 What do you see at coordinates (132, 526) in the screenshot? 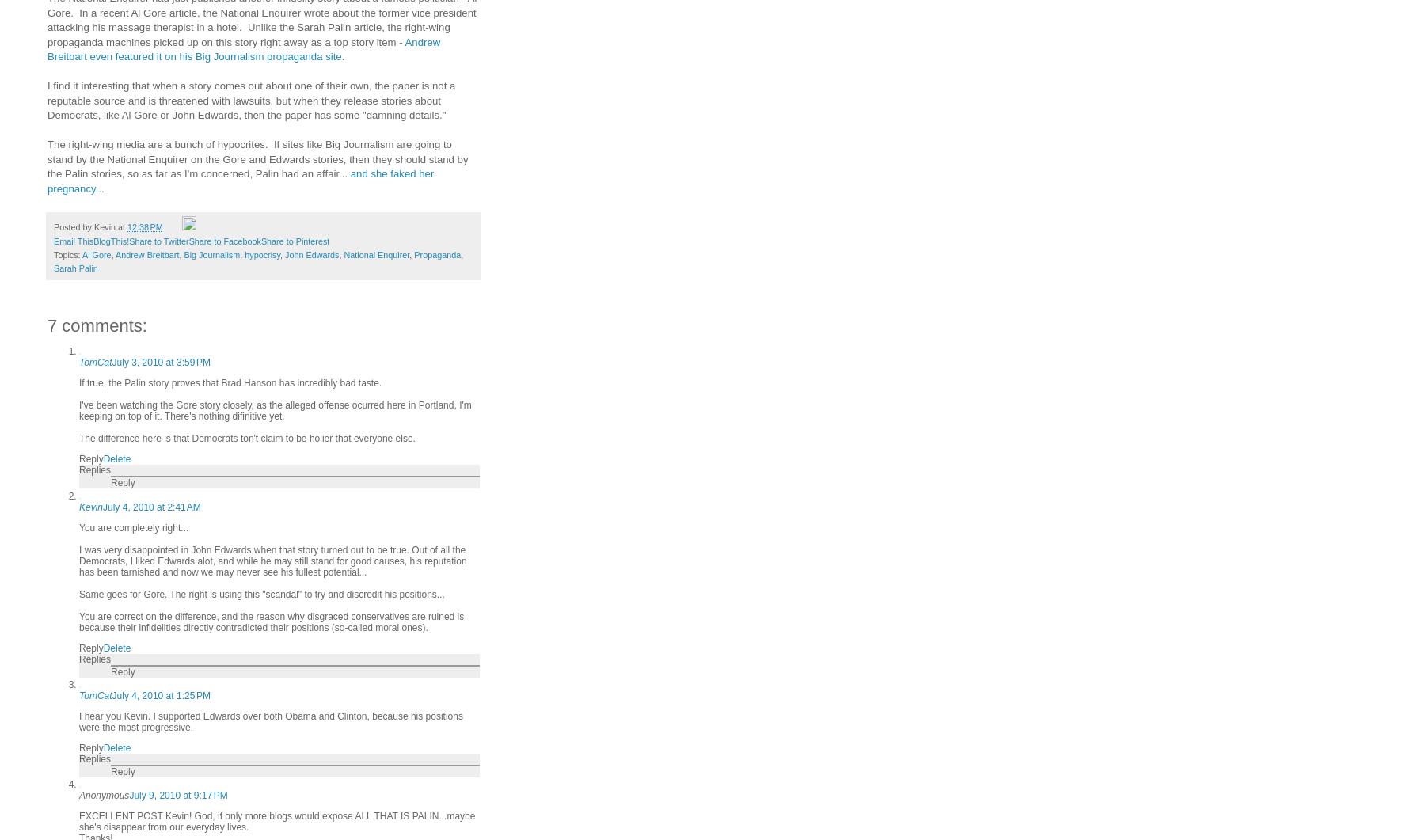
I see `'You are completely right...'` at bounding box center [132, 526].